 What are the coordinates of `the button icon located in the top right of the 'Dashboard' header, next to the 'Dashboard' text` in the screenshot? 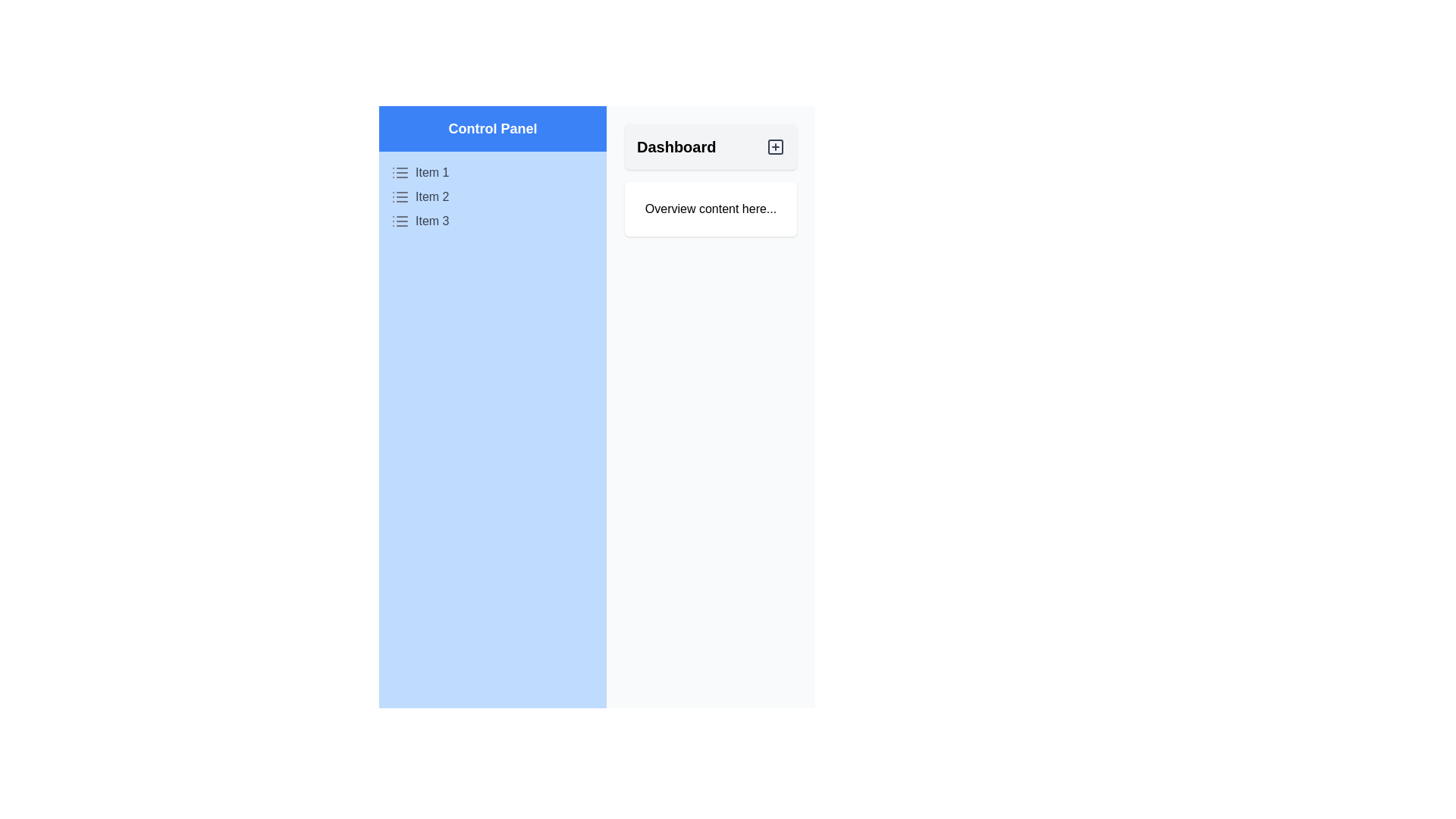 It's located at (775, 146).